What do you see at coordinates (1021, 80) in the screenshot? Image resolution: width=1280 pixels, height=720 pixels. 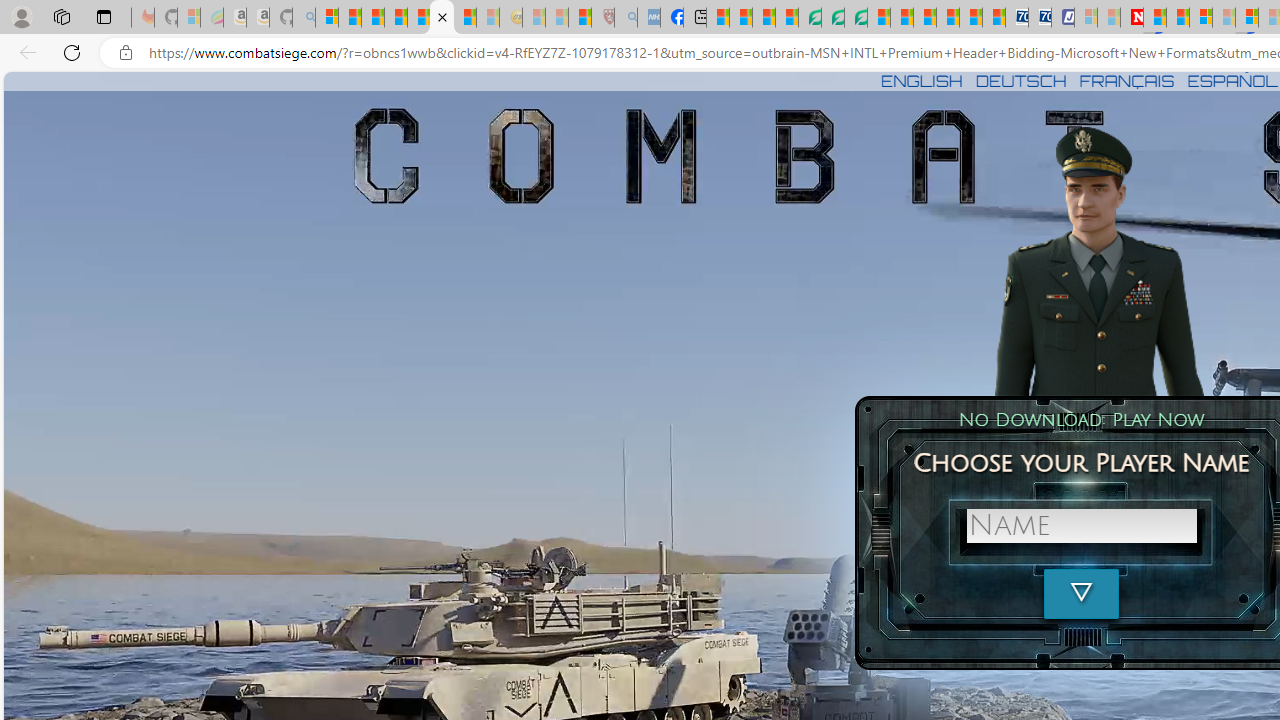 I see `'DEUTSCH'` at bounding box center [1021, 80].